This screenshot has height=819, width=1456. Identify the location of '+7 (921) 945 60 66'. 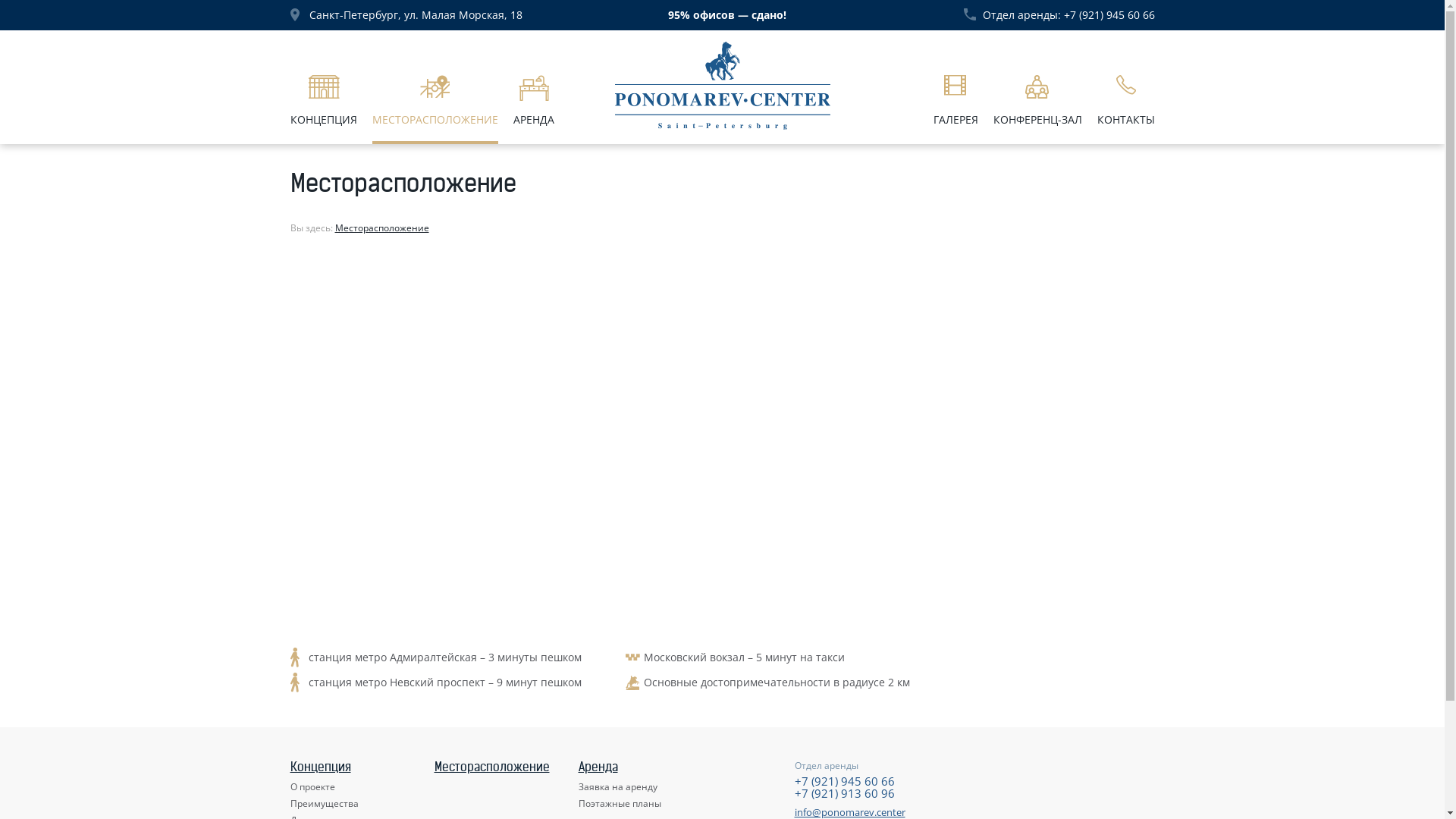
(843, 780).